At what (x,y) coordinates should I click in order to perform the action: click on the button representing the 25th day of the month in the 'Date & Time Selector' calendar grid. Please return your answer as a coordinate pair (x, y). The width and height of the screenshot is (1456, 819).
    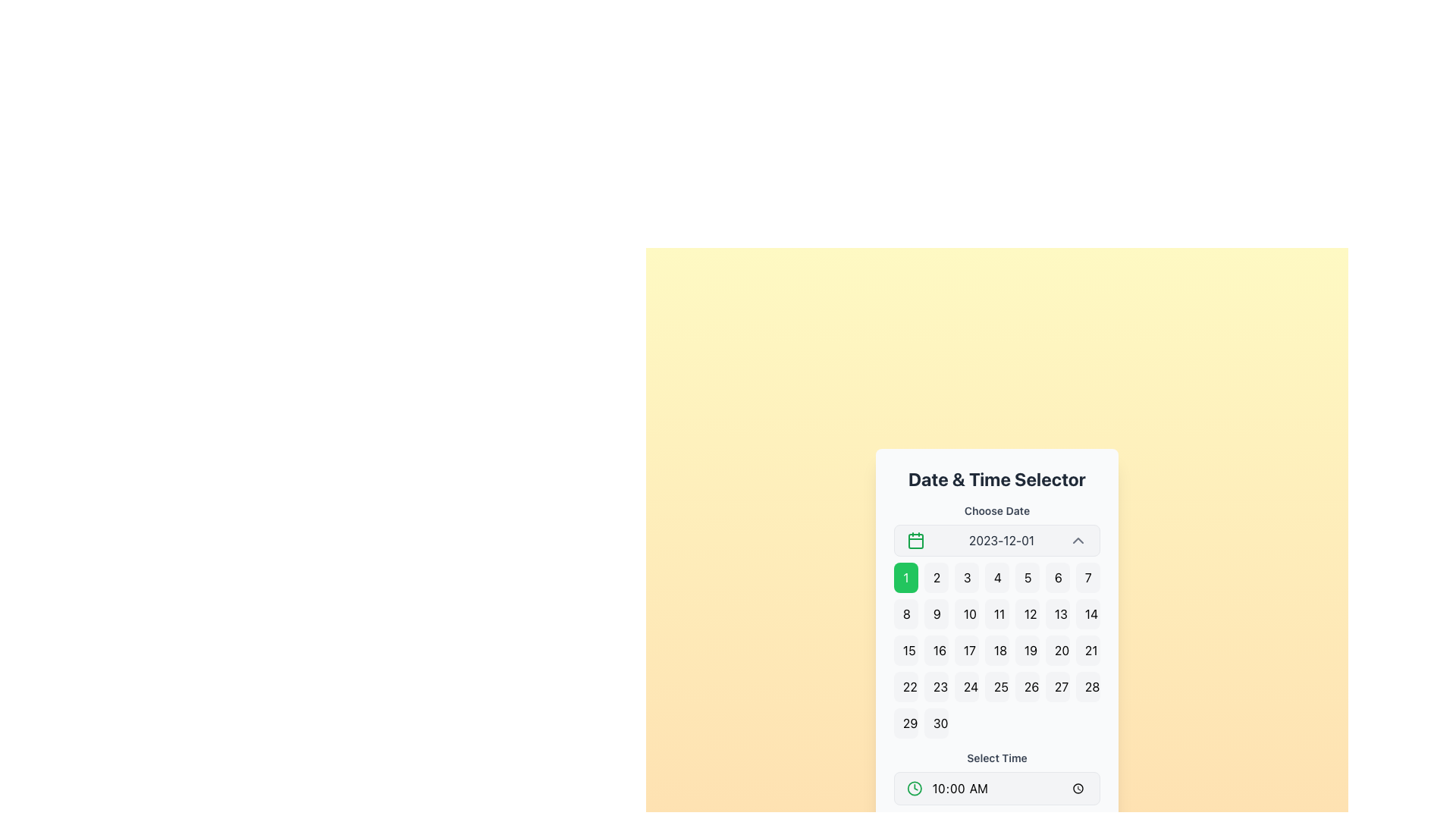
    Looking at the image, I should click on (997, 687).